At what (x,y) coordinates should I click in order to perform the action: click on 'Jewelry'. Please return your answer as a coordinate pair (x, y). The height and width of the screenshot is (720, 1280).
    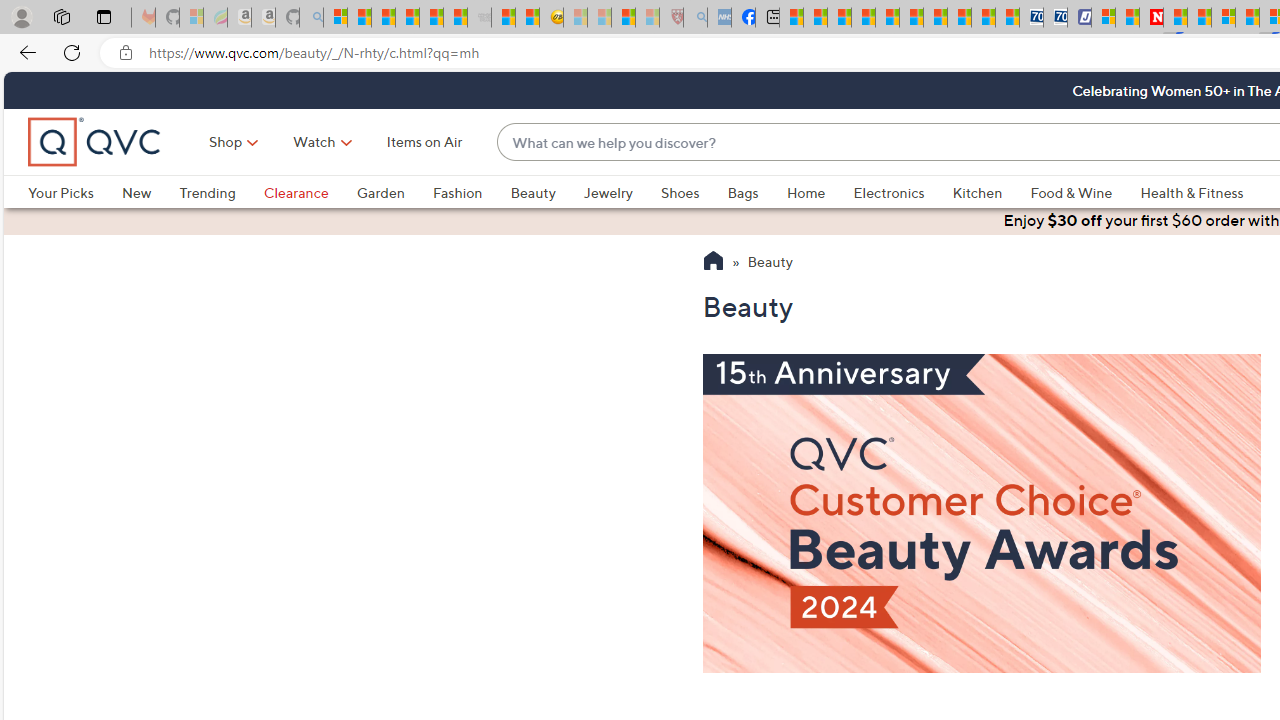
    Looking at the image, I should click on (607, 192).